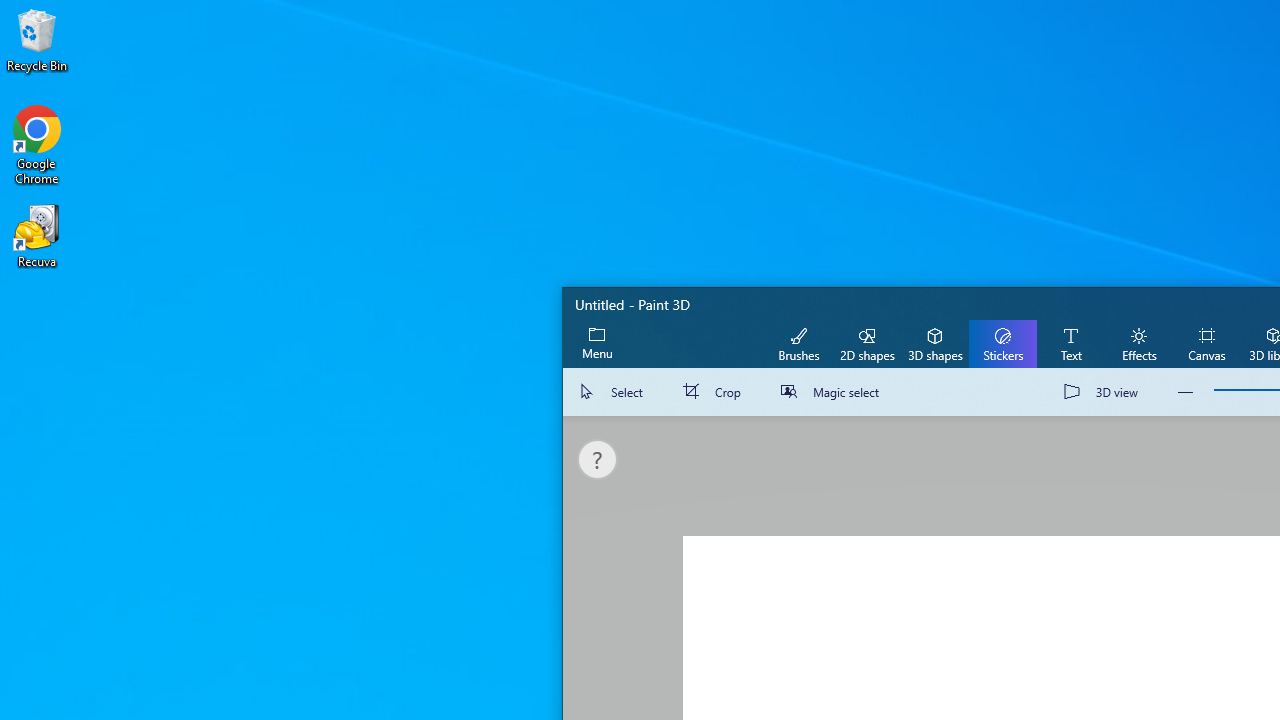 This screenshot has width=1280, height=720. What do you see at coordinates (1206, 342) in the screenshot?
I see `'Canvas'` at bounding box center [1206, 342].